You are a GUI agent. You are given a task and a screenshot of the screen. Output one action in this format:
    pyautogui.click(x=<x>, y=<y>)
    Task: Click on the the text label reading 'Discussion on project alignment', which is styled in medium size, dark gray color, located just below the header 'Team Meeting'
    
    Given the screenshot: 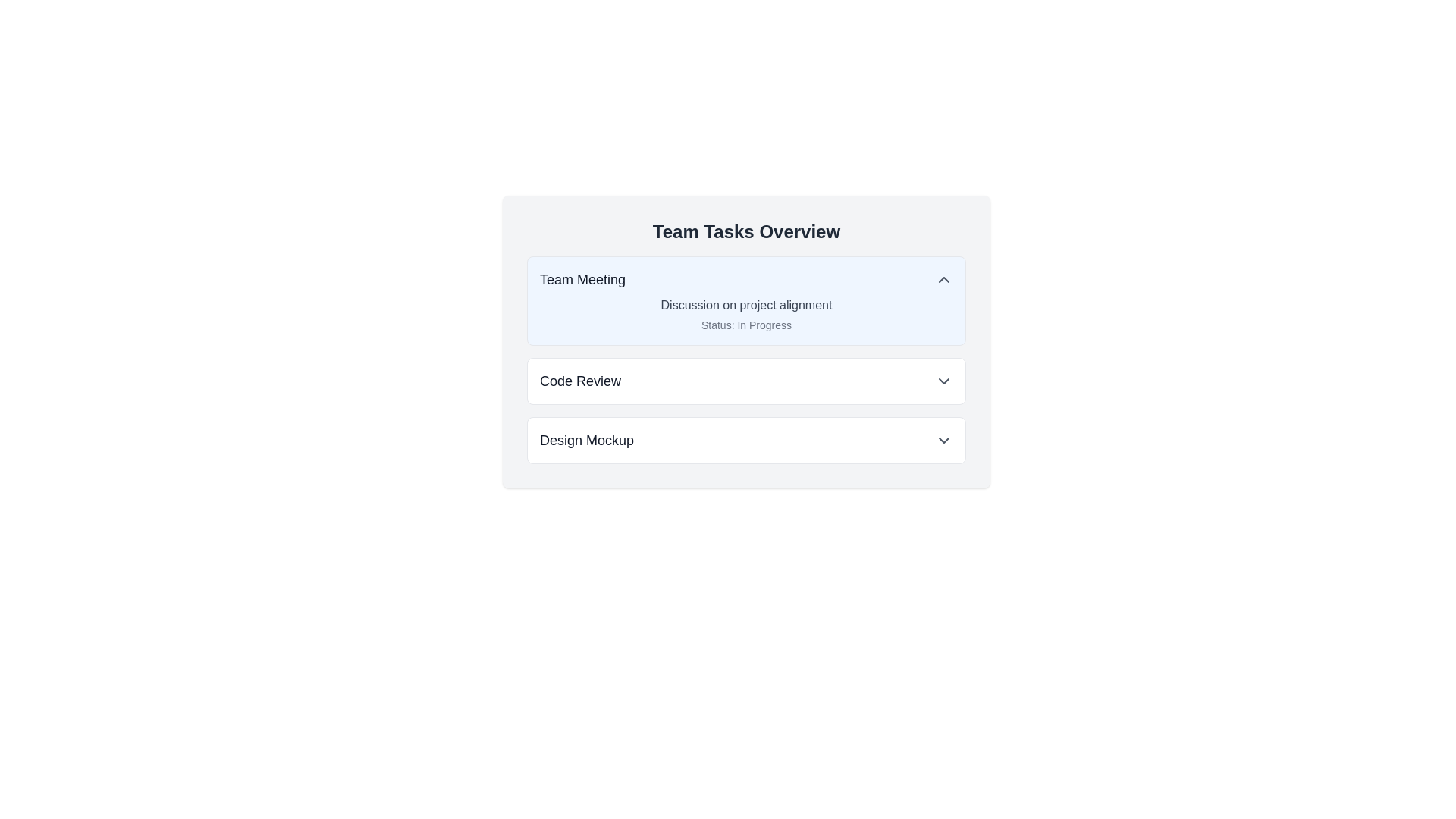 What is the action you would take?
    pyautogui.click(x=746, y=305)
    